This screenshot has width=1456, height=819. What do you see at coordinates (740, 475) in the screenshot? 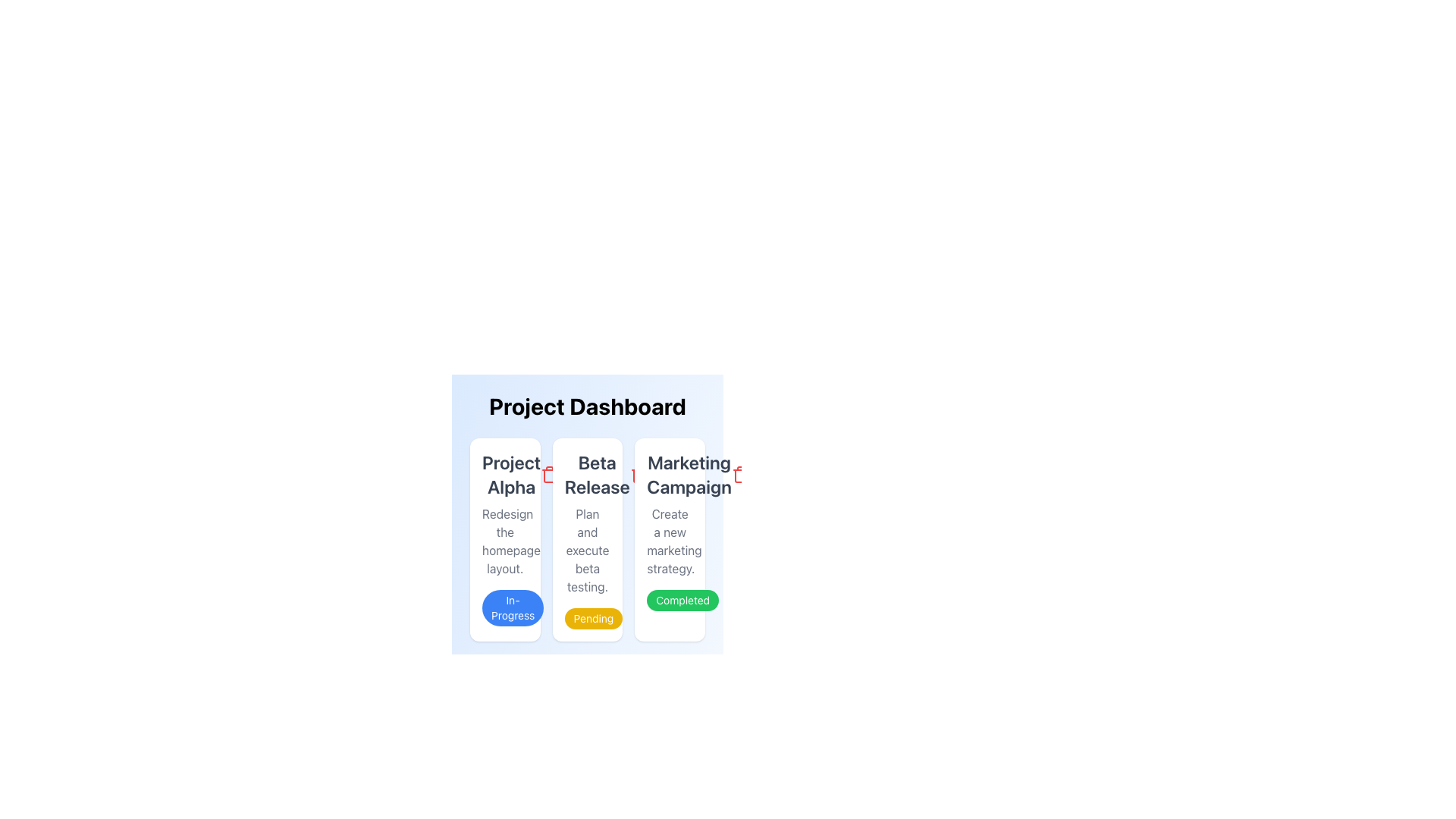
I see `the delete icon located at the top right corner of the 'Marketing Campaign' card, next to the 'Completed' label` at bounding box center [740, 475].